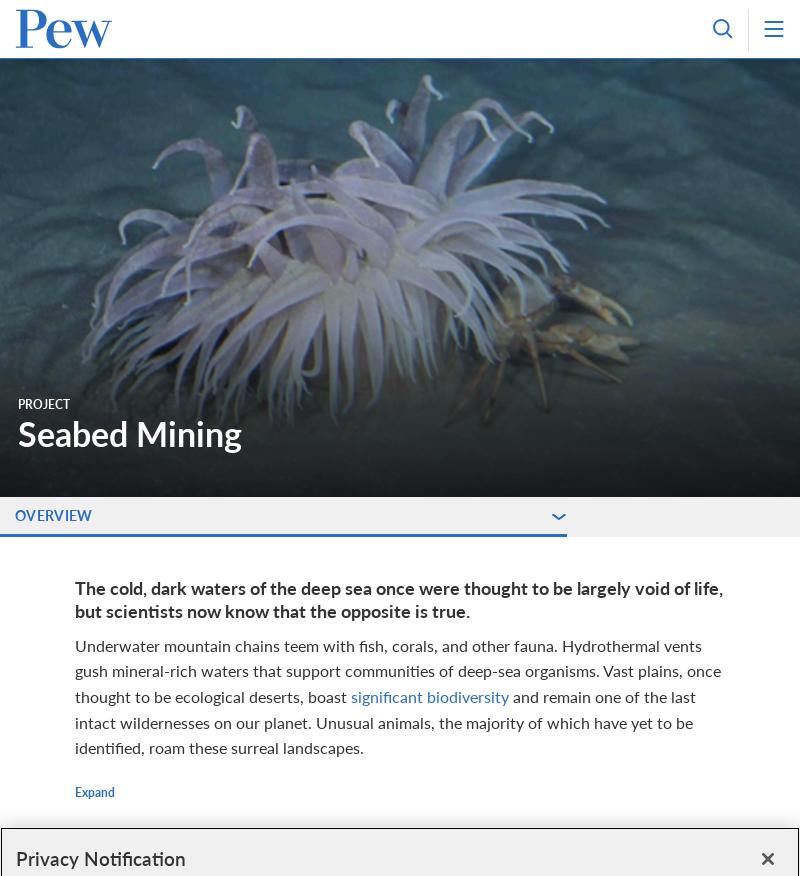 This screenshot has height=876, width=800. What do you see at coordinates (96, 324) in the screenshot?
I see `'Get Involved'` at bounding box center [96, 324].